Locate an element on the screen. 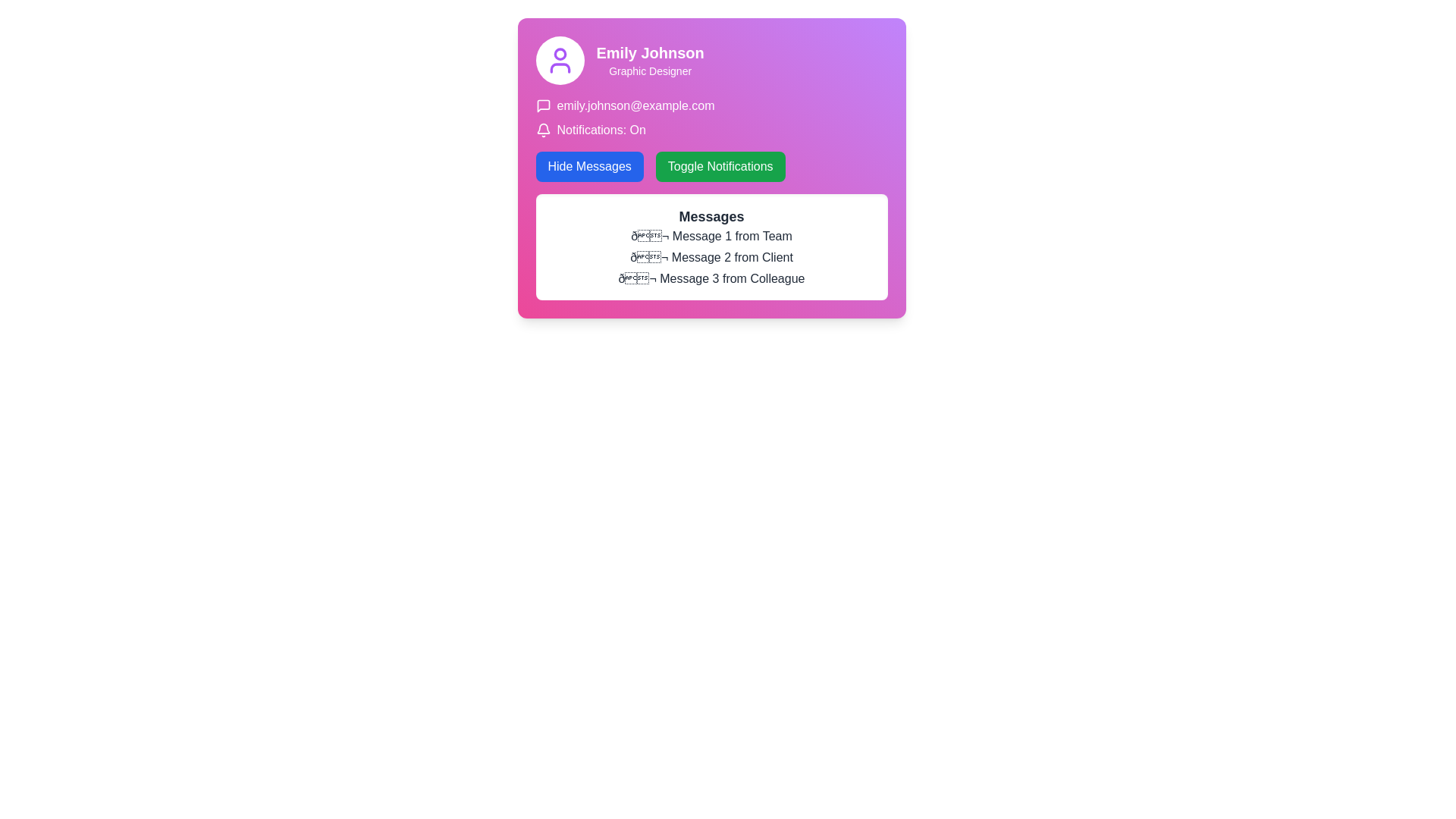  the third message display item from a colleague in the Messages section is located at coordinates (711, 278).